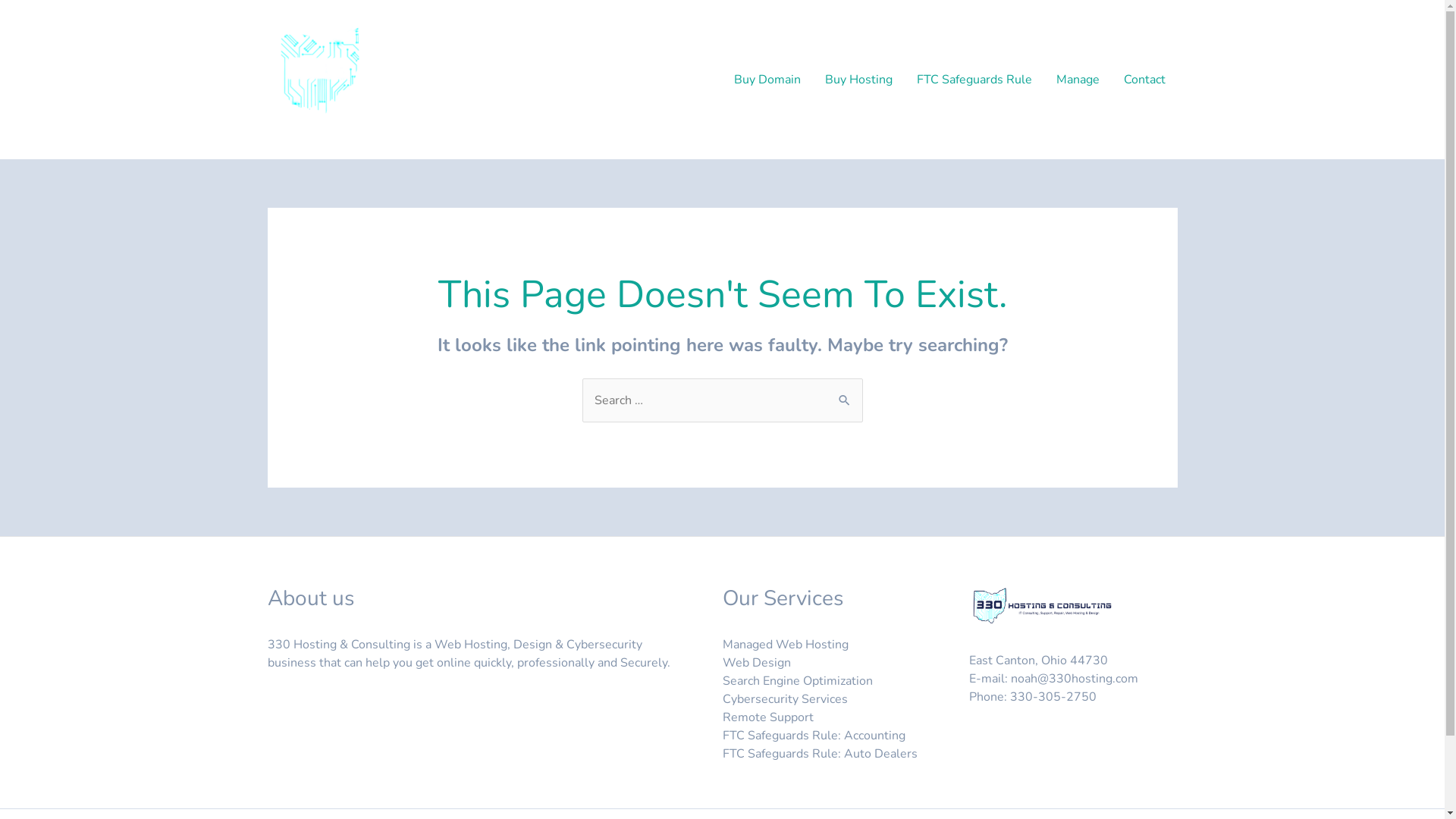 Image resolution: width=1456 pixels, height=819 pixels. Describe the element at coordinates (720, 717) in the screenshot. I see `'Remote Support'` at that location.